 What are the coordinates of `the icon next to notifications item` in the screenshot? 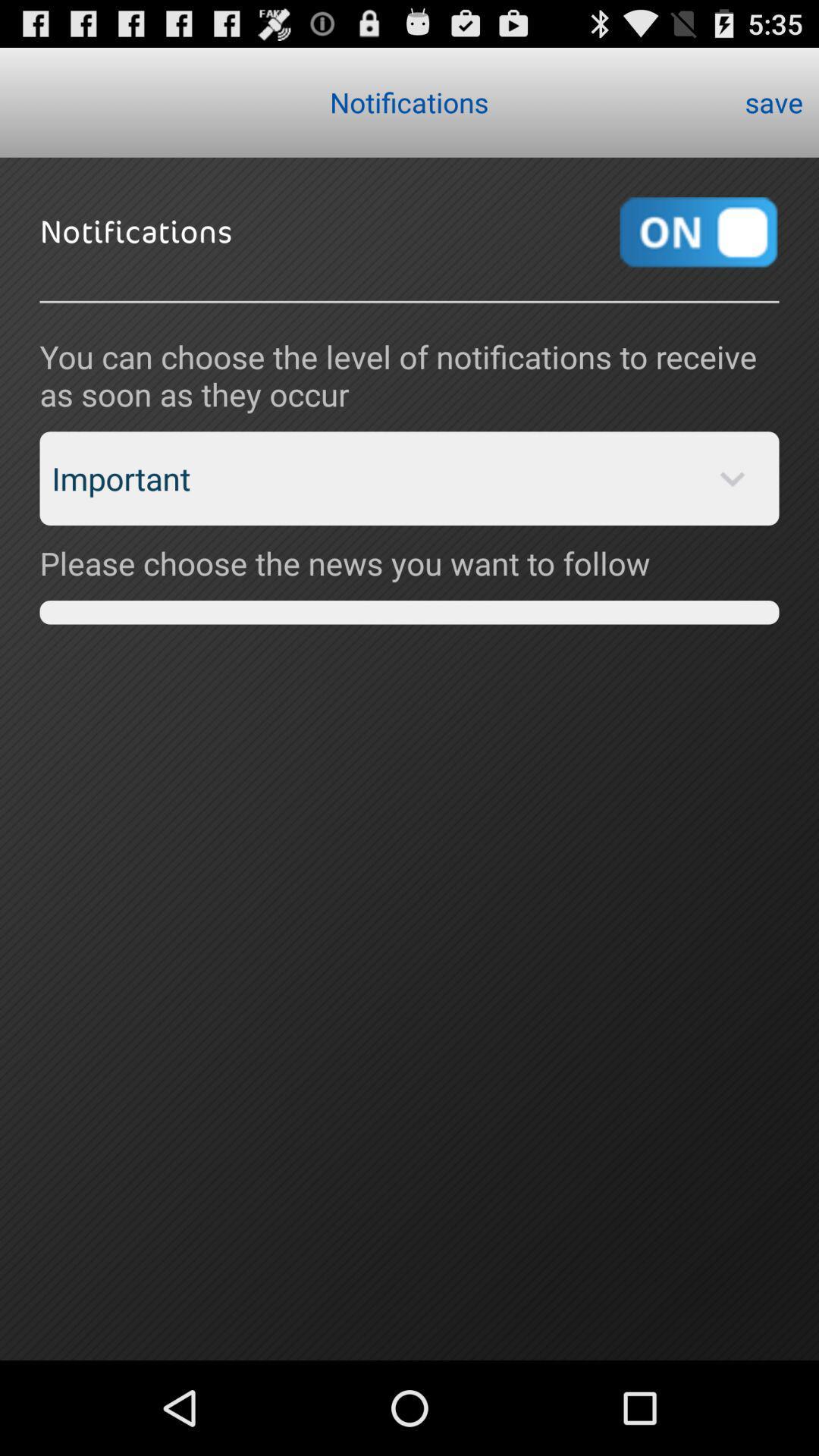 It's located at (773, 101).